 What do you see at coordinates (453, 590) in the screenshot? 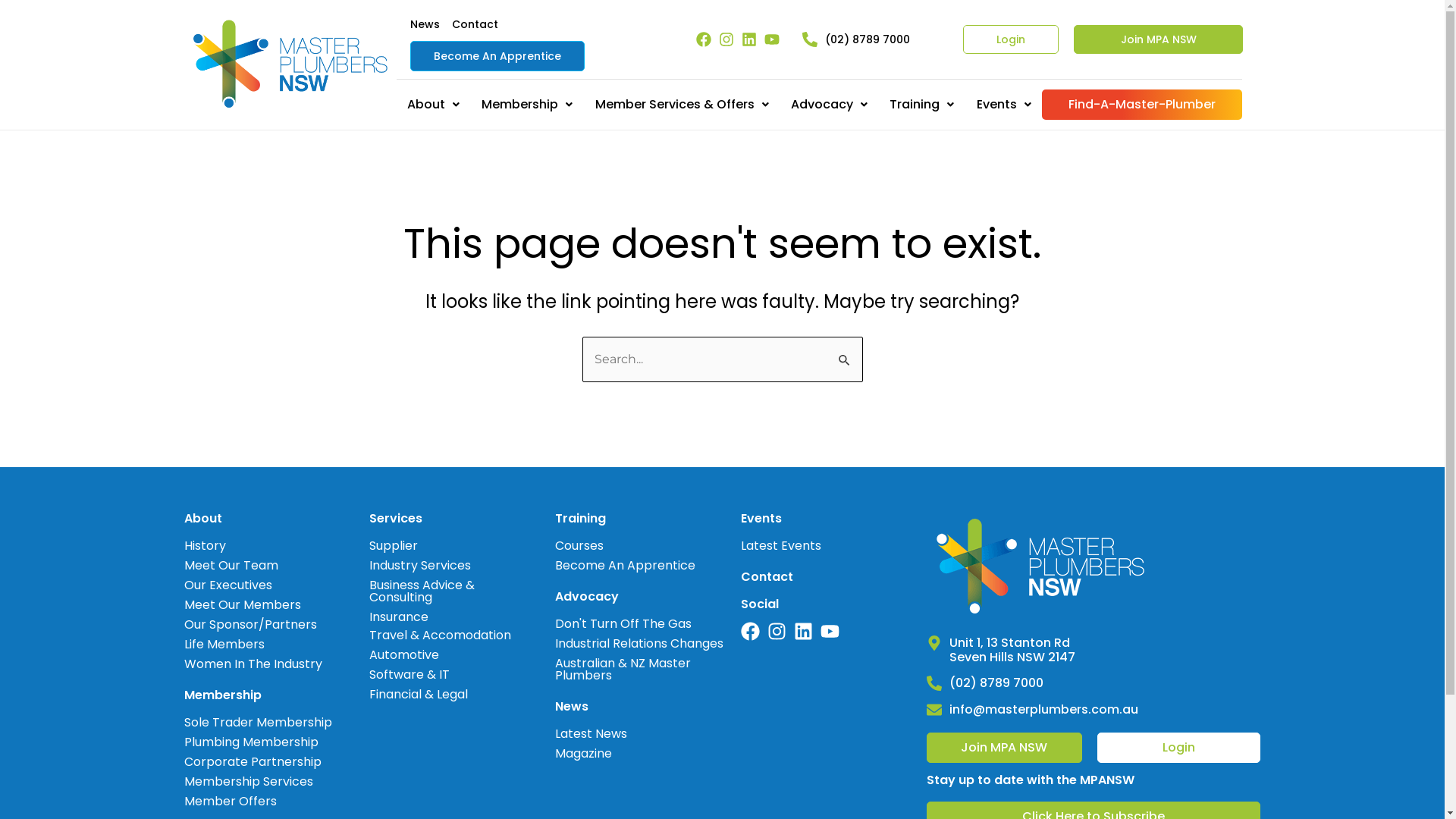
I see `'Business Advice & Consulting'` at bounding box center [453, 590].